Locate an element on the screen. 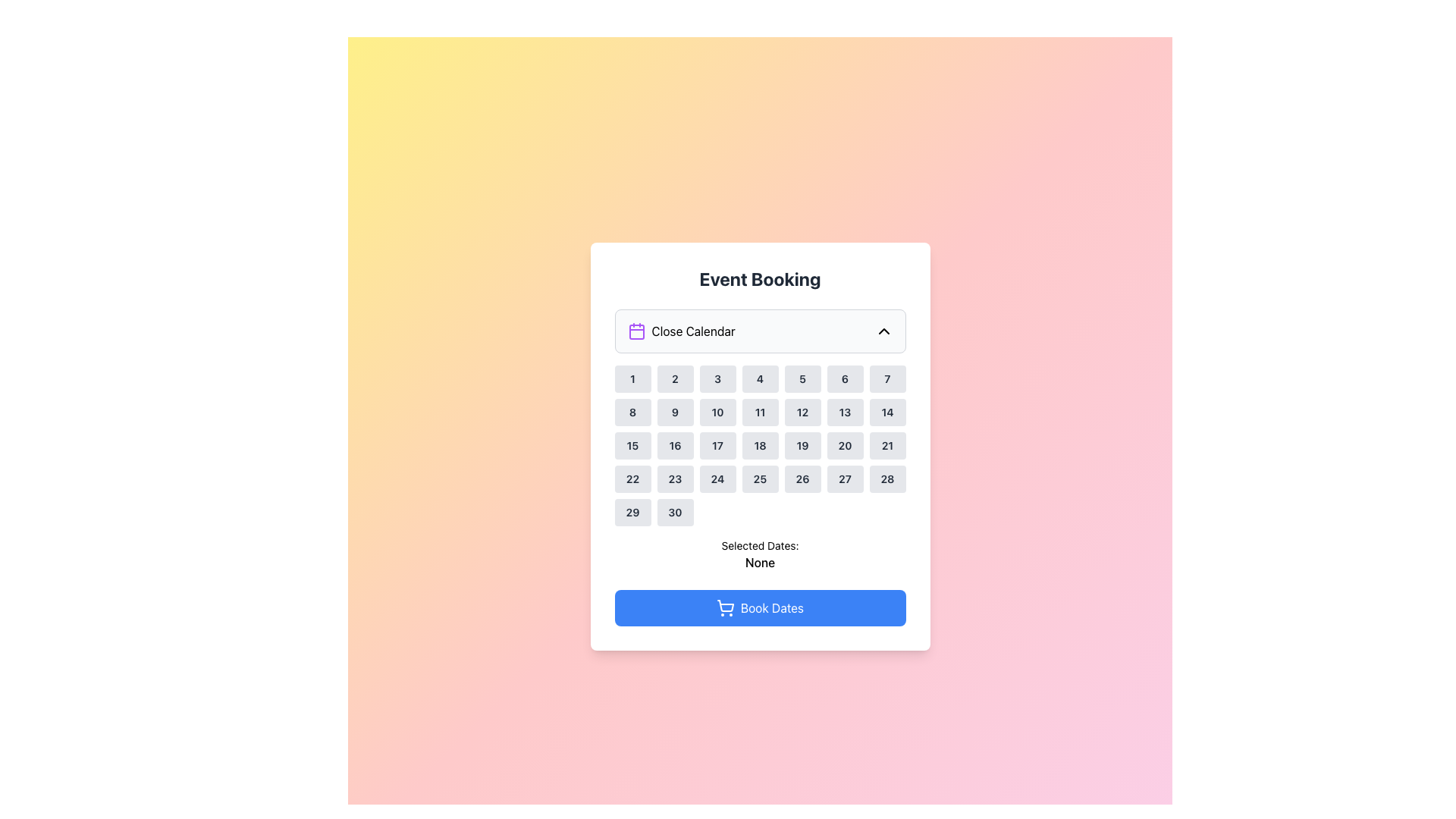 This screenshot has height=819, width=1456. the button representing the 21st item in a 7-column grid layout, located in the rightmost column of the third row is located at coordinates (887, 444).